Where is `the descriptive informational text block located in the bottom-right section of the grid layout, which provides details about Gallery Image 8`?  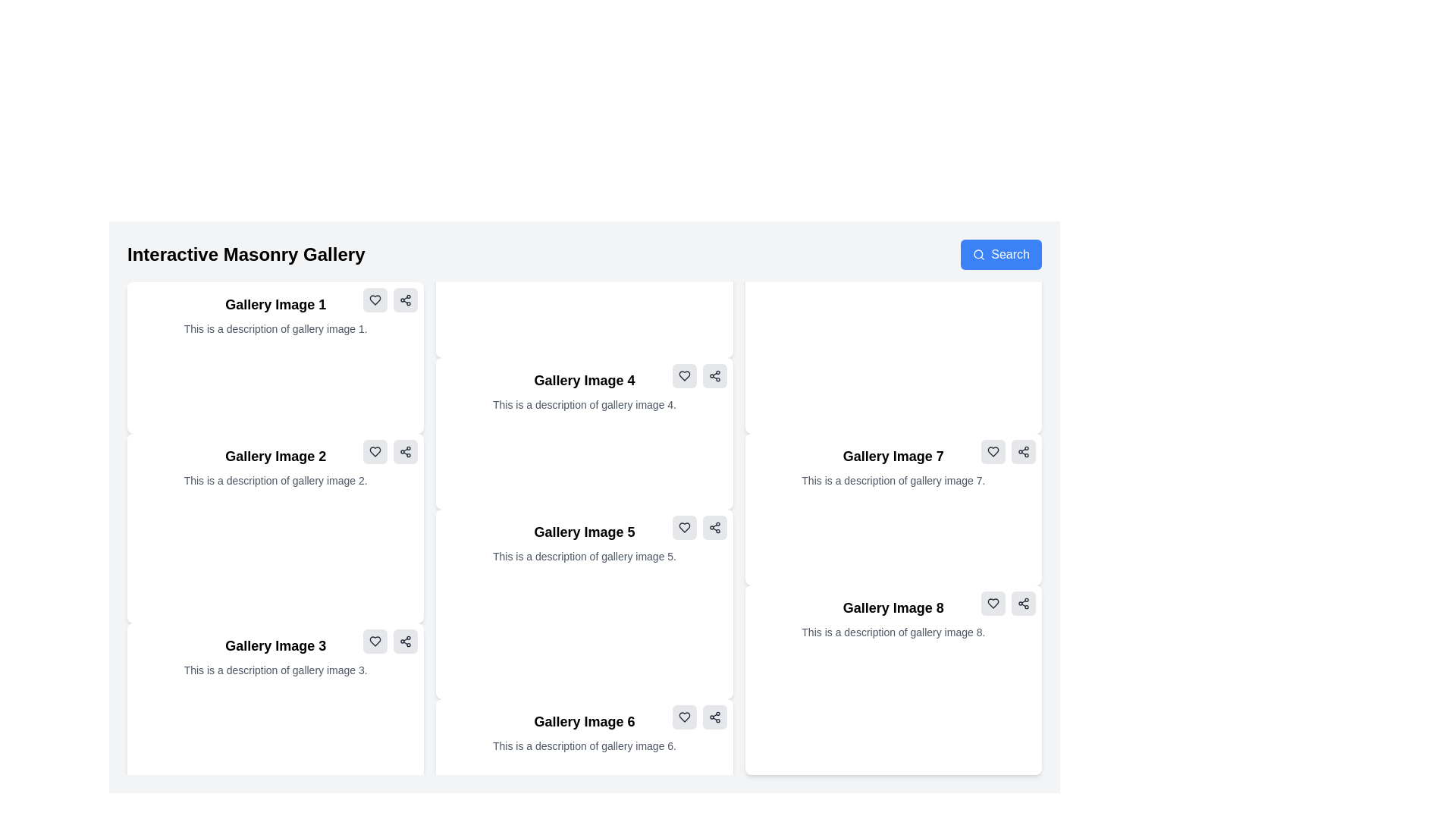
the descriptive informational text block located in the bottom-right section of the grid layout, which provides details about Gallery Image 8 is located at coordinates (893, 619).